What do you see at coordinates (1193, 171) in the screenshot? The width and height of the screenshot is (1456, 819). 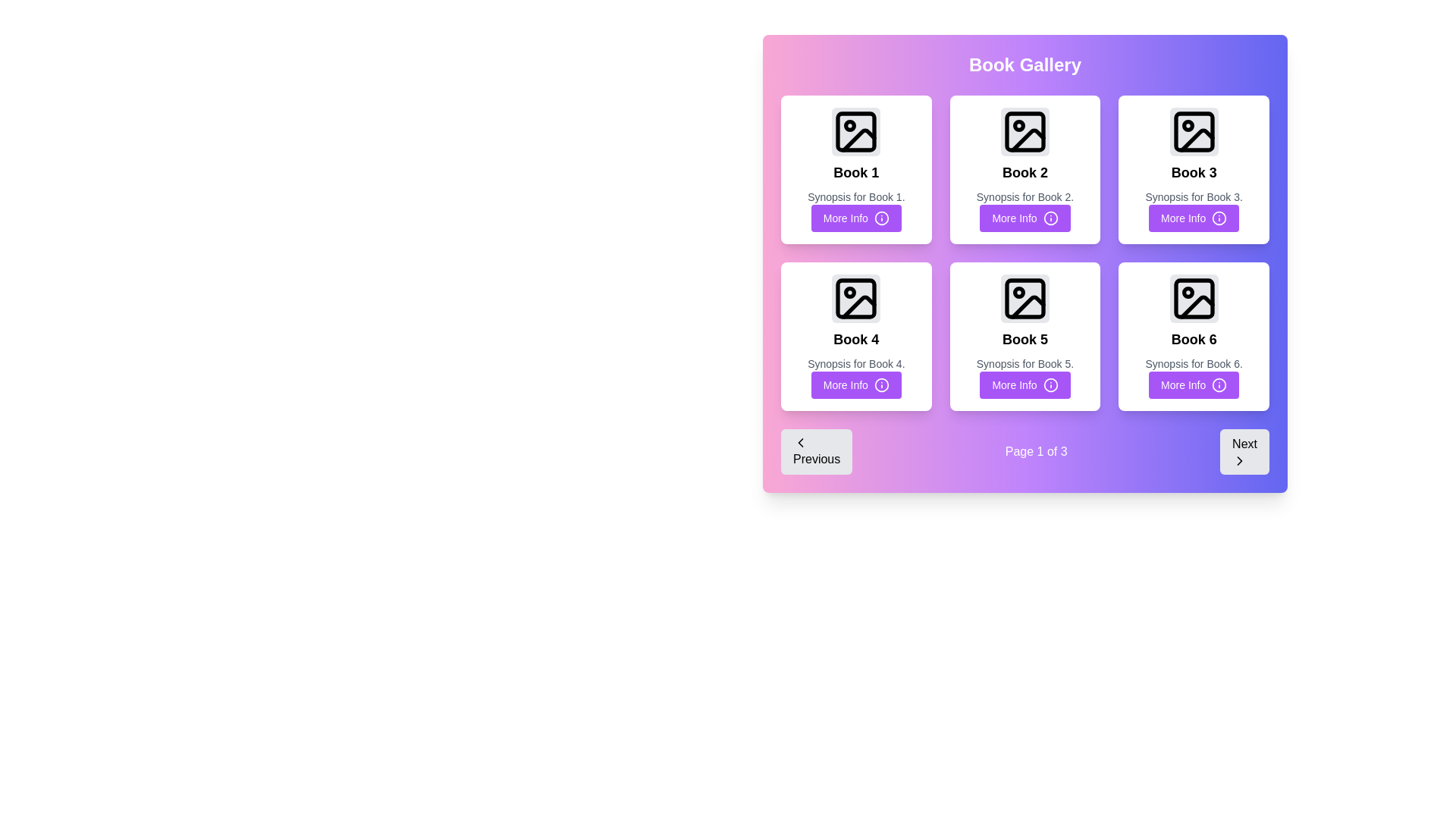 I see `title text label of the book card located in the top row, third column of the book gallery` at bounding box center [1193, 171].